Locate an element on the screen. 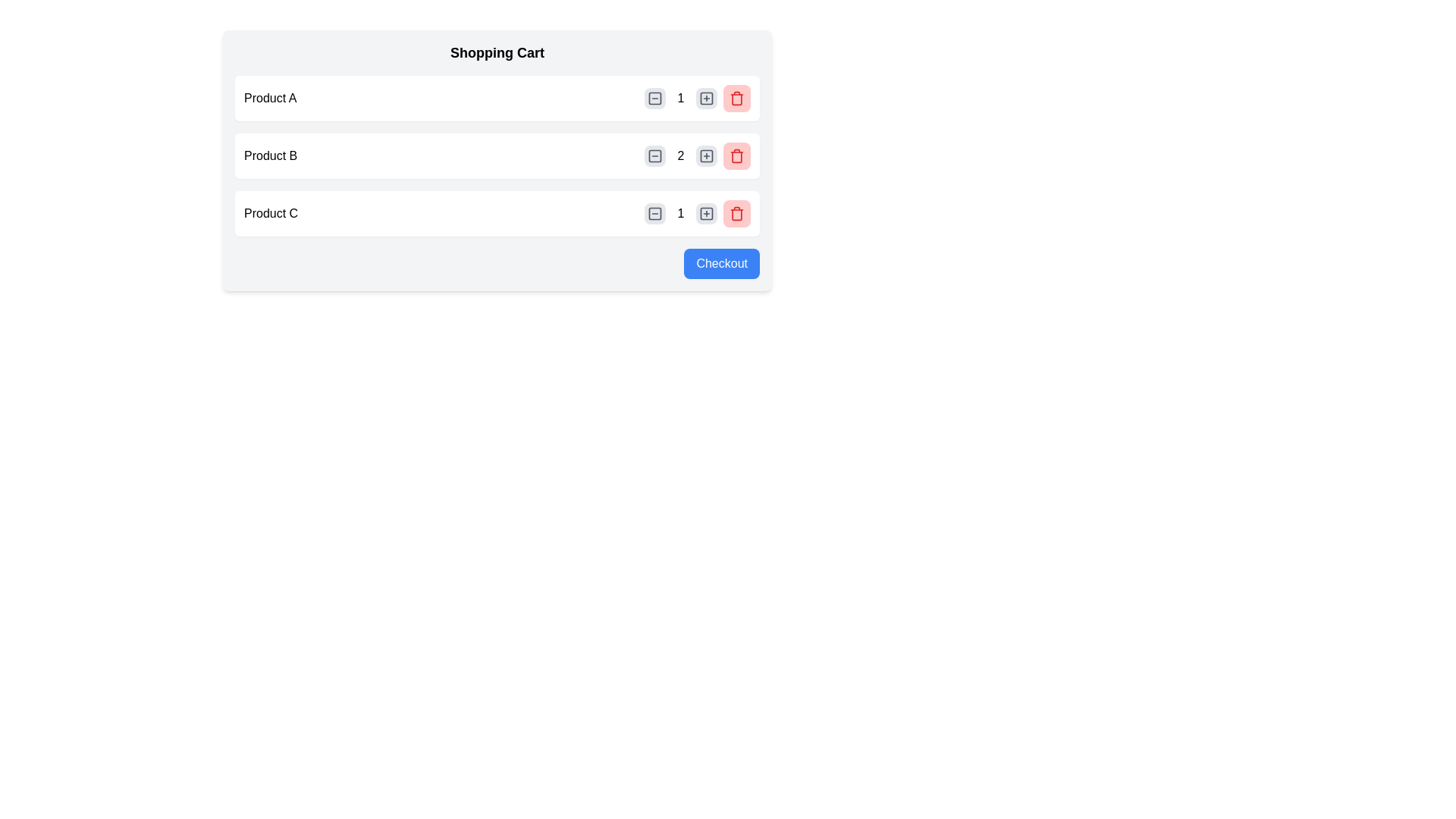 The image size is (1456, 819). the text label displaying 'Product B' located centrally on the left side of the shopping cart interface is located at coordinates (271, 155).